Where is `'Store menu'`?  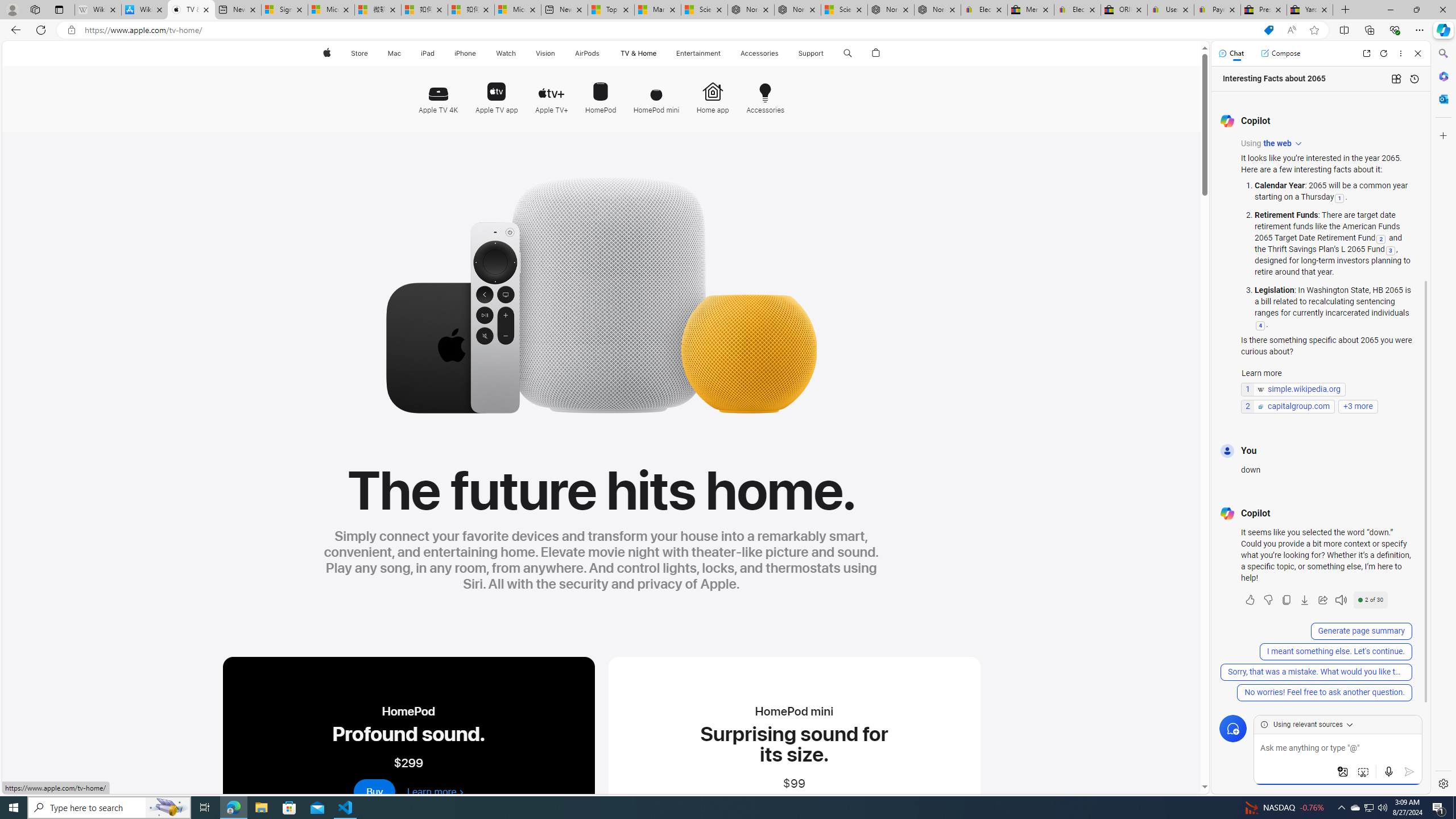 'Store menu' is located at coordinates (370, 53).